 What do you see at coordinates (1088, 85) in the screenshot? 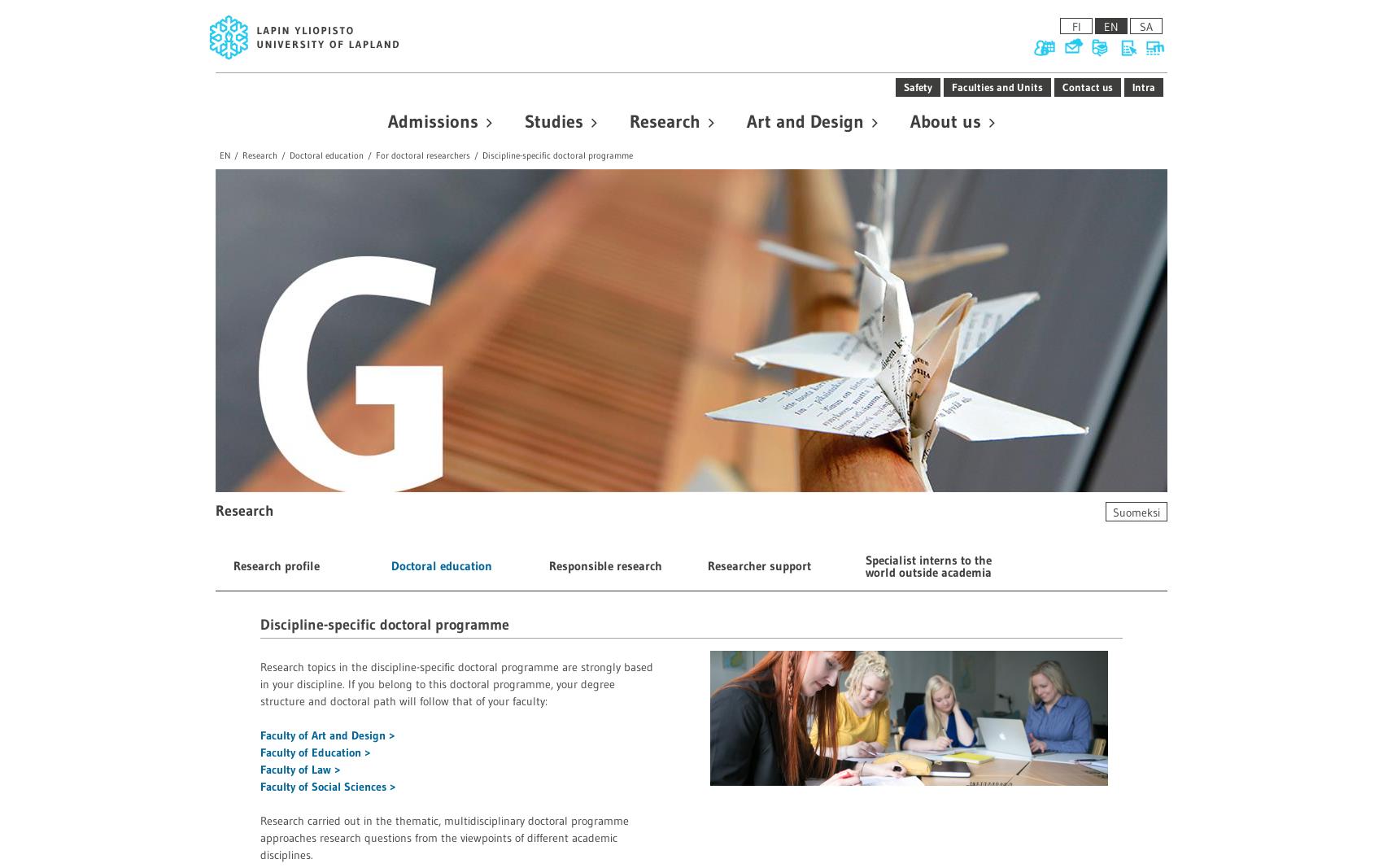
I see `'Contact us'` at bounding box center [1088, 85].